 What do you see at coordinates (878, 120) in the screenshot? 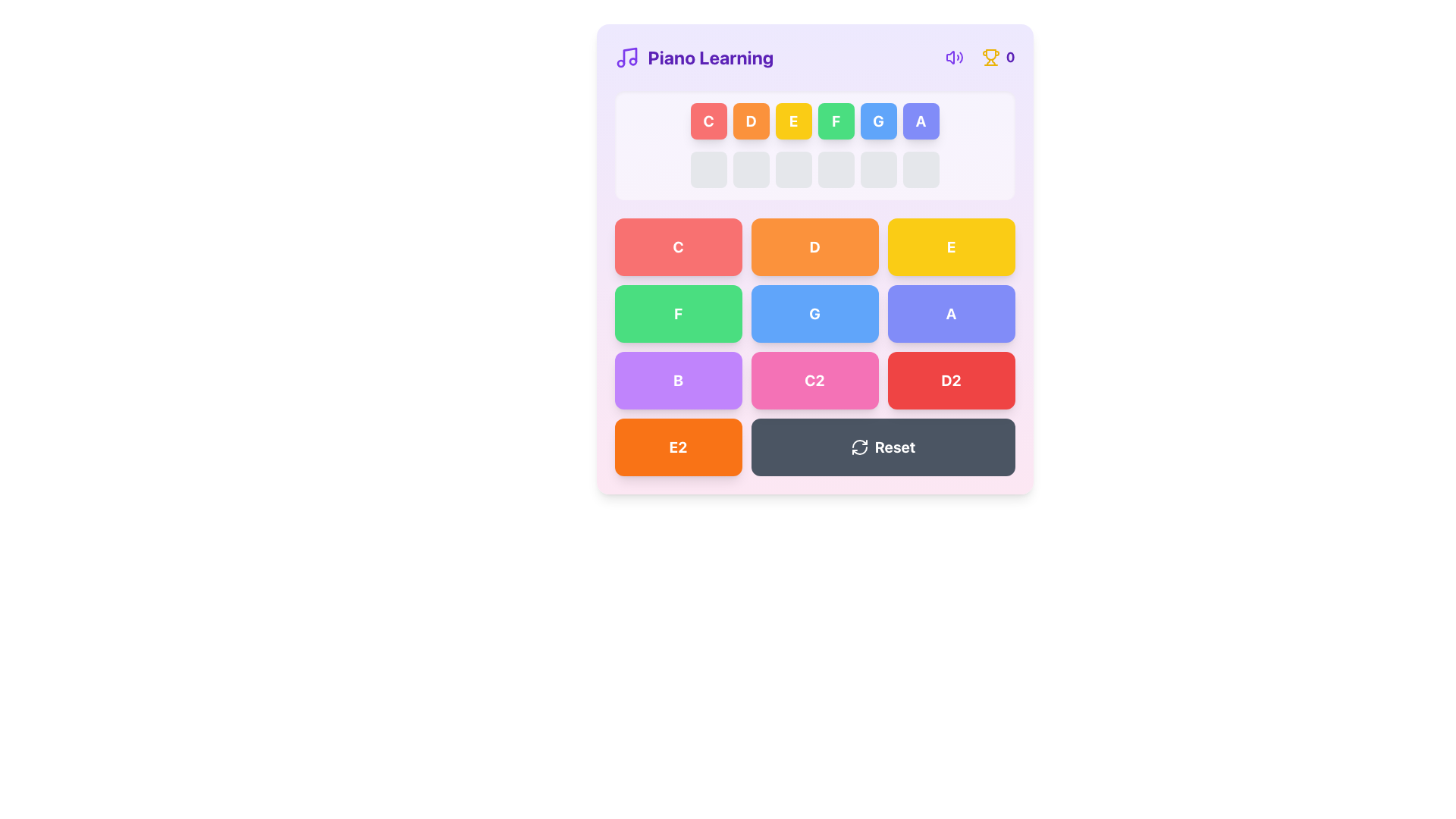
I see `the button representing the note 'G', which is located between the green button 'F' and the purple button 'A' at the top of the main area of the interface` at bounding box center [878, 120].